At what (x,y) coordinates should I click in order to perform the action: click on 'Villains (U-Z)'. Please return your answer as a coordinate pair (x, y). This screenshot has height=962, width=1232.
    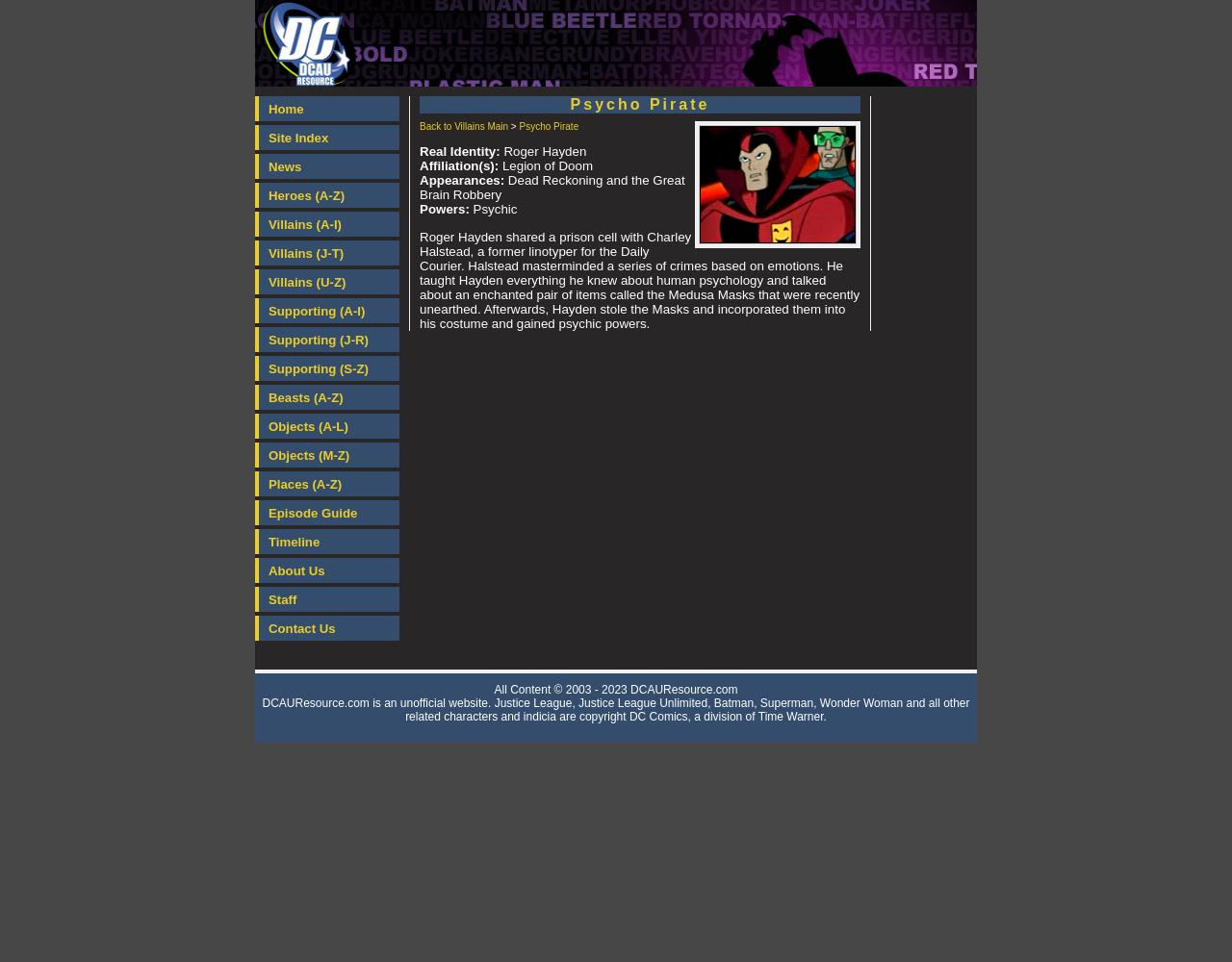
    Looking at the image, I should click on (305, 282).